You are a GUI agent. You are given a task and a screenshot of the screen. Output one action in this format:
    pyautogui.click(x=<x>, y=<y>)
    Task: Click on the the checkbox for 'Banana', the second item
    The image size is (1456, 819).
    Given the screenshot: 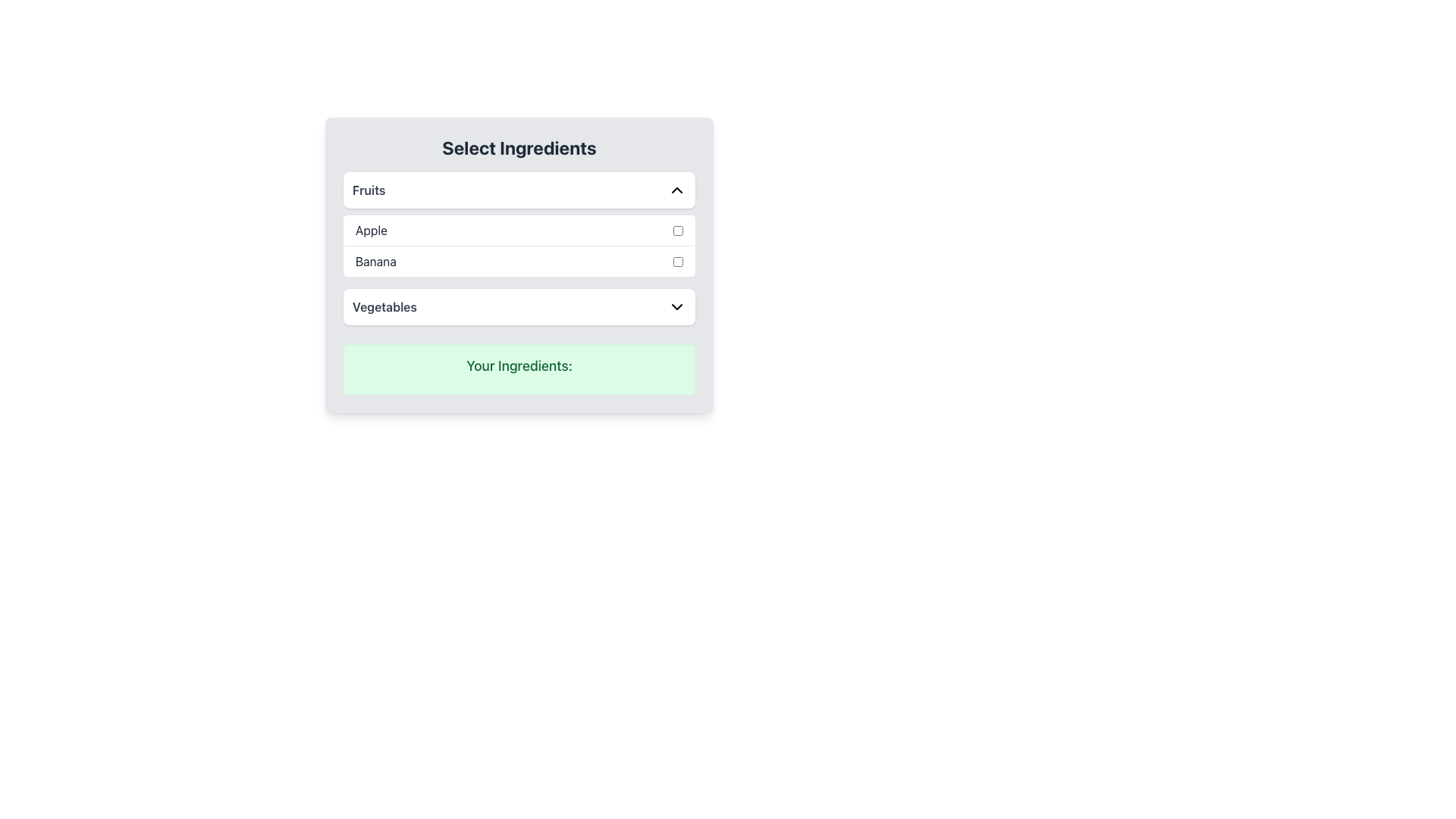 What is the action you would take?
    pyautogui.click(x=519, y=259)
    